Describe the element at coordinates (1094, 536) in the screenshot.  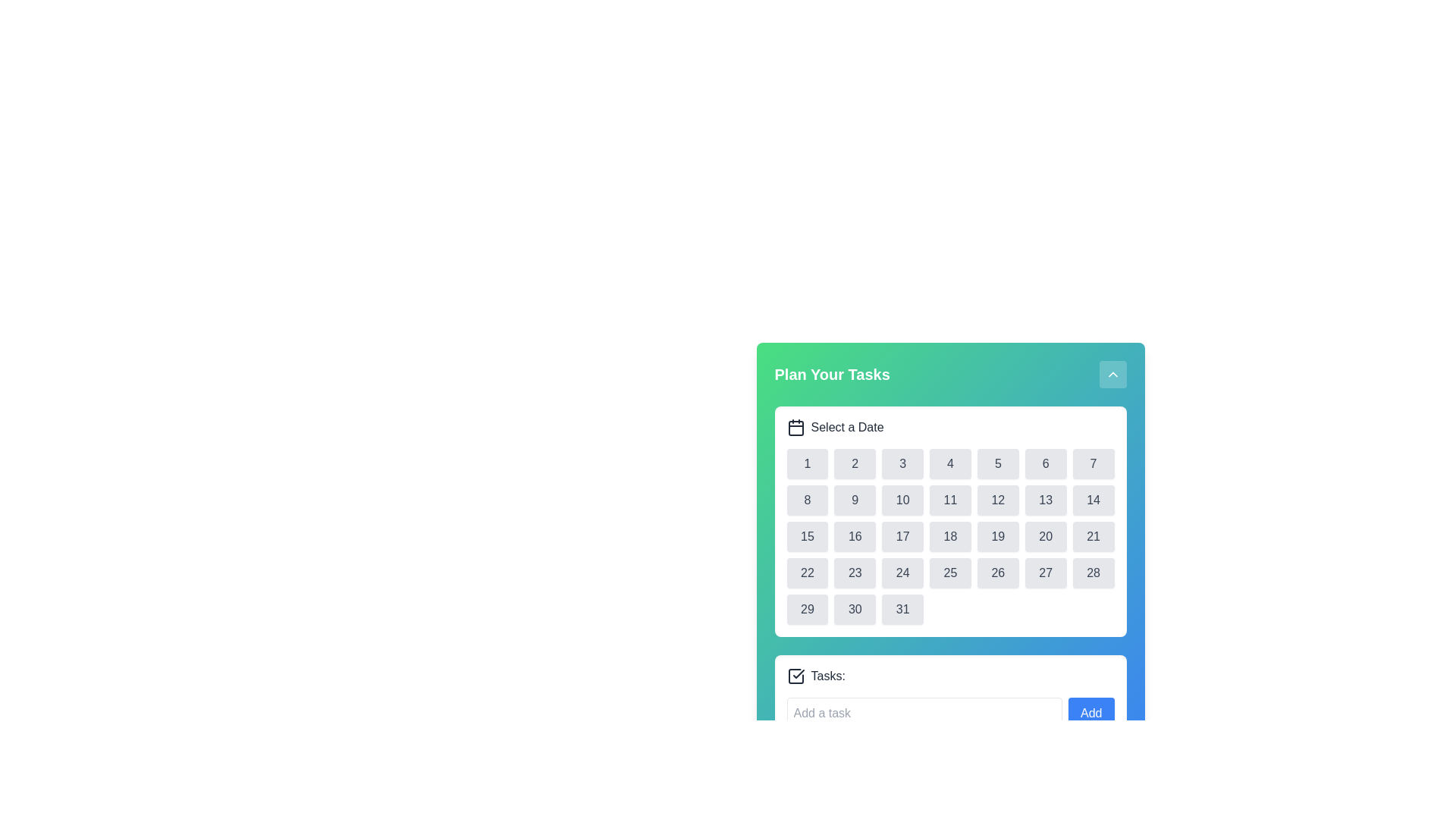
I see `the button displaying the number '21'` at that location.